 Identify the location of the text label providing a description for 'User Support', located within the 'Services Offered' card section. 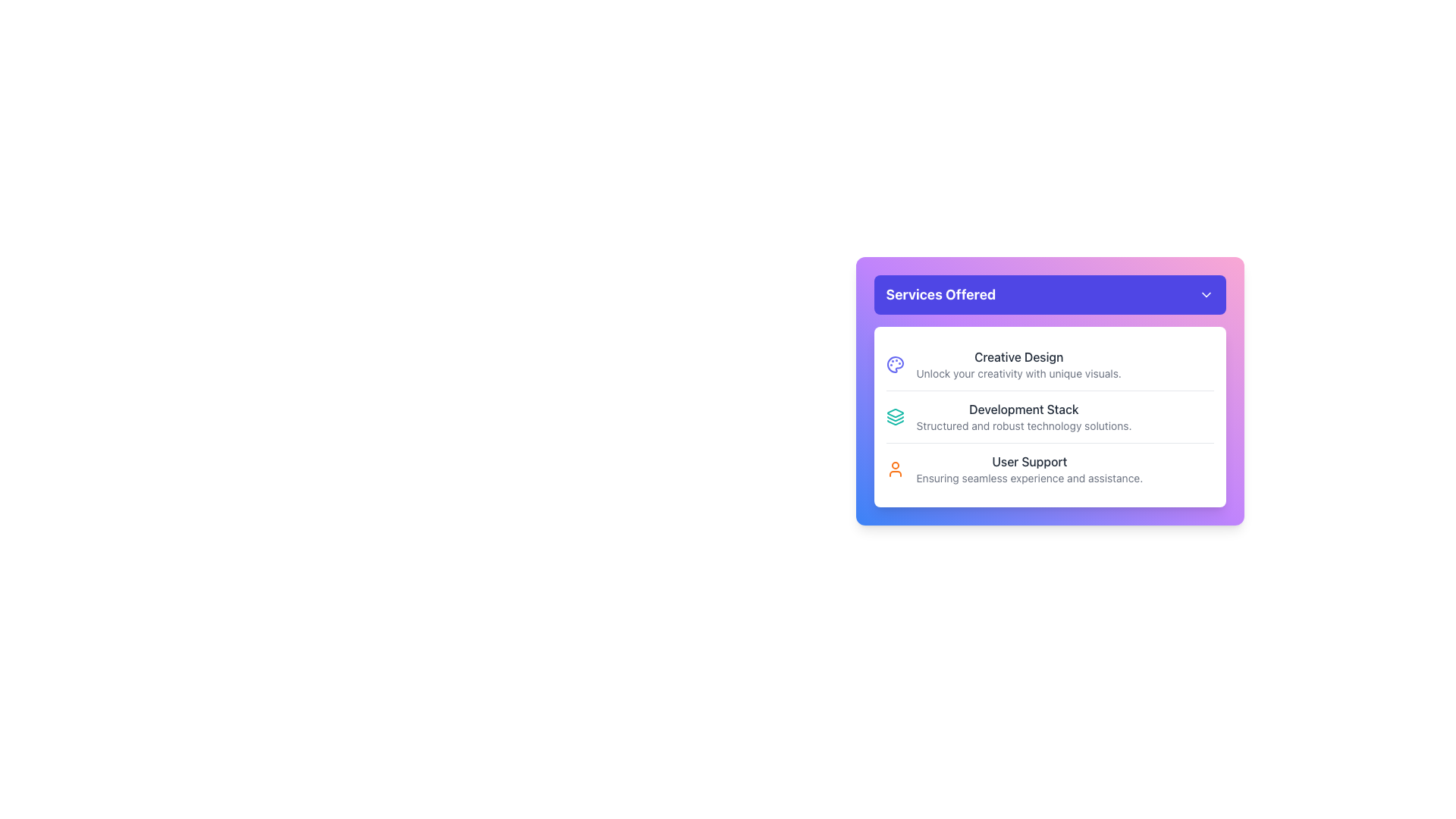
(1029, 479).